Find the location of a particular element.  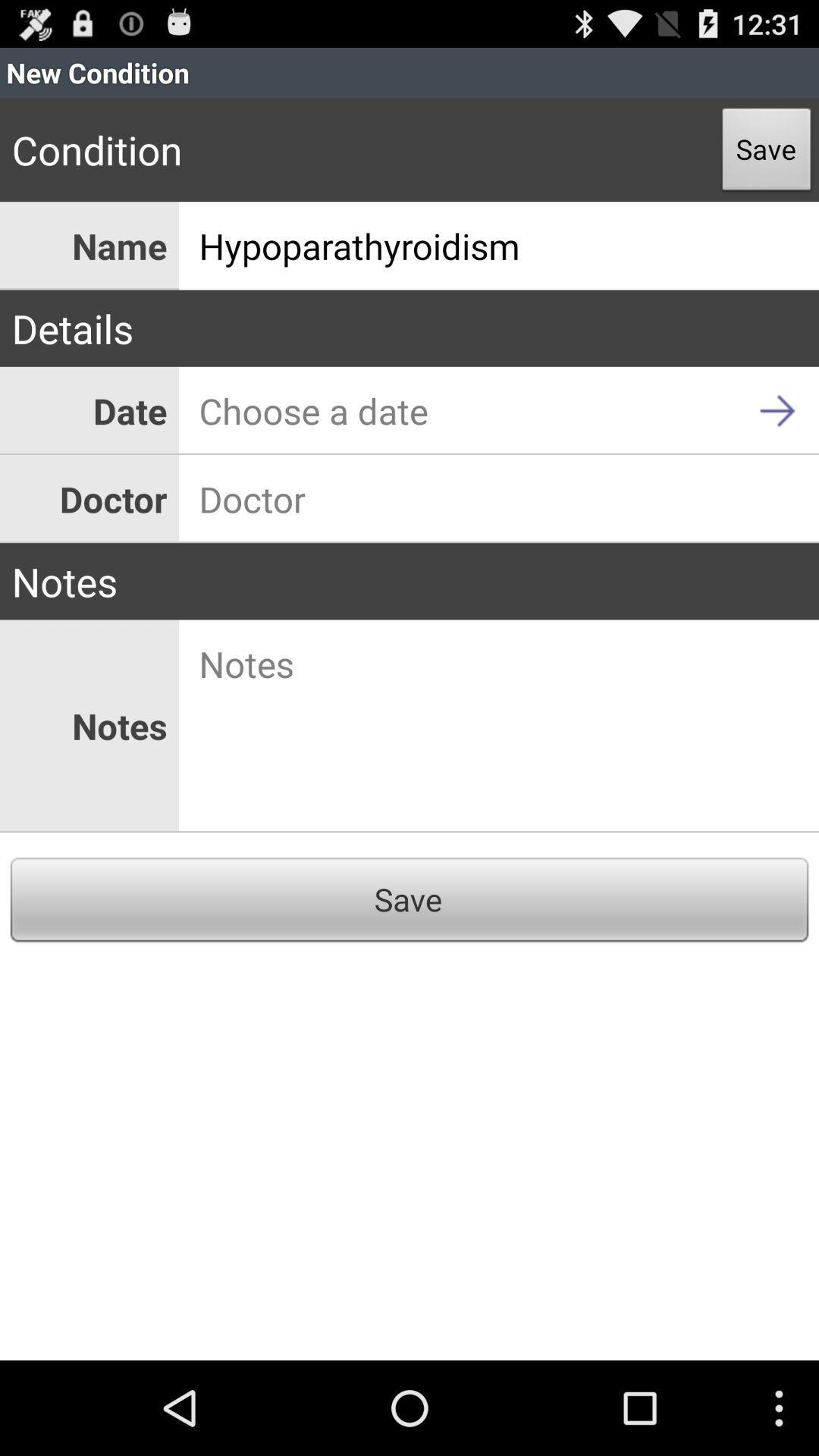

notes is located at coordinates (499, 725).